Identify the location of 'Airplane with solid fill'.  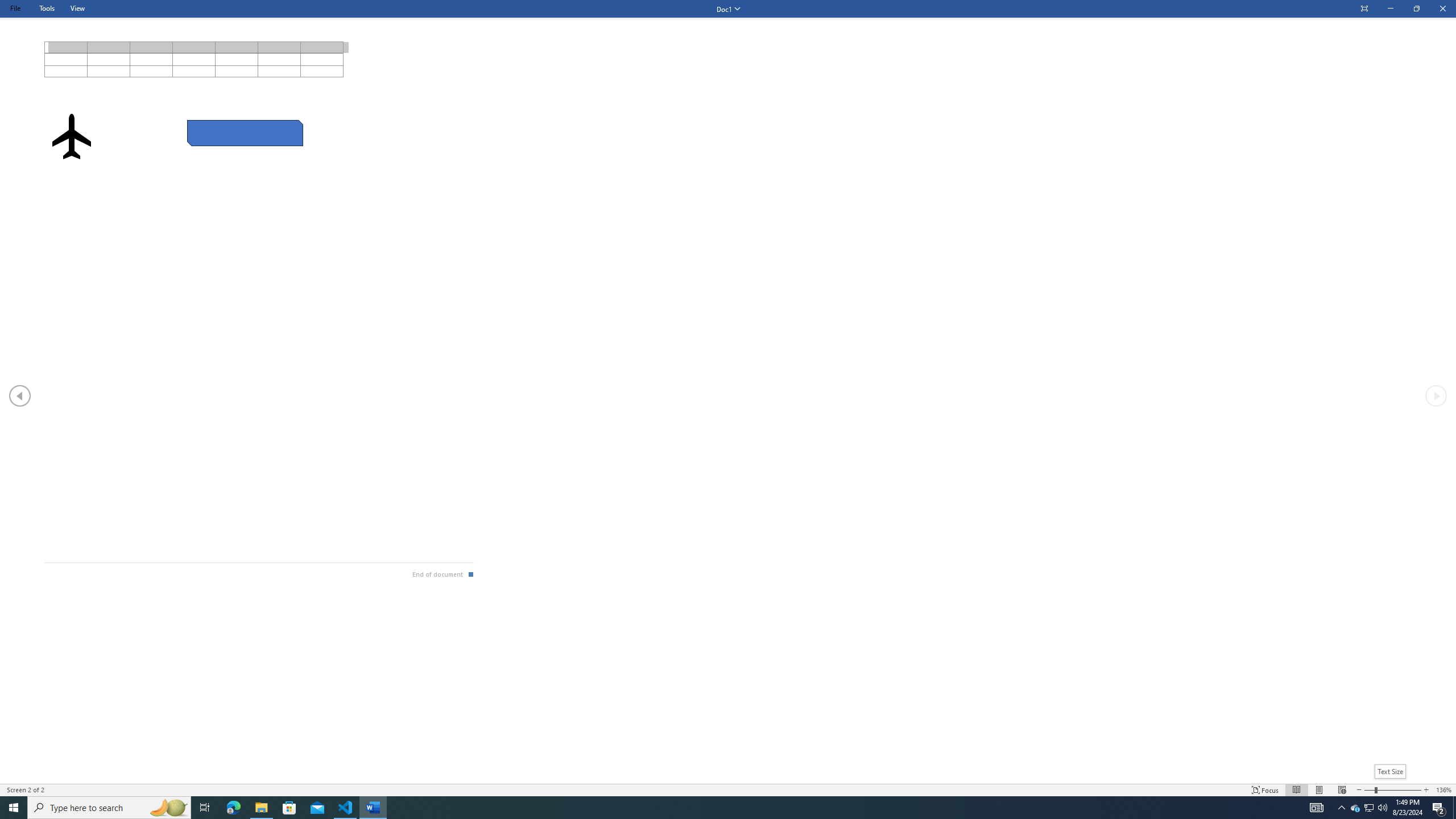
(71, 135).